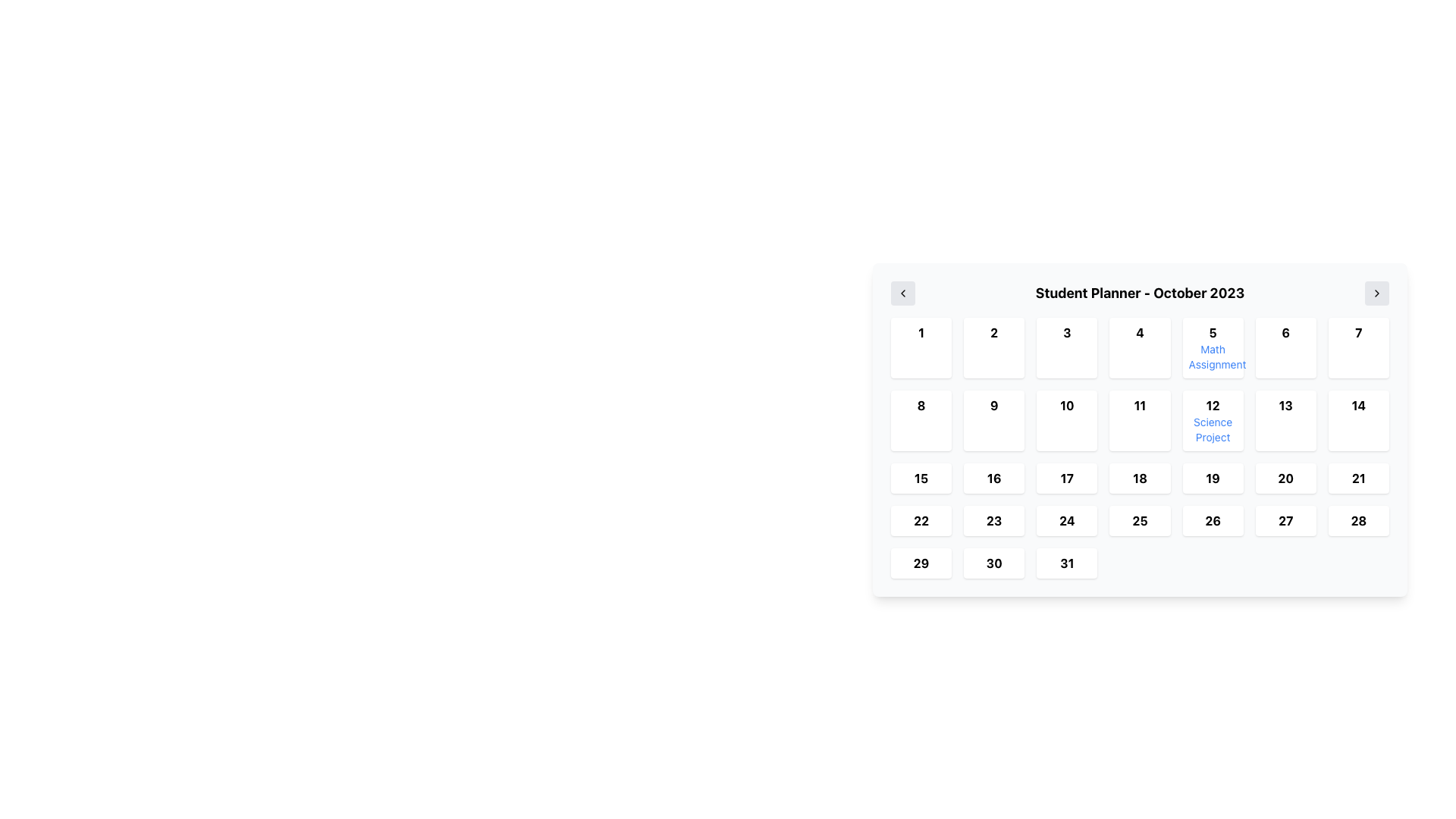  Describe the element at coordinates (920, 519) in the screenshot. I see `the bold black text displaying the number '22' located in the fifth row, first column of the calendar grid` at that location.